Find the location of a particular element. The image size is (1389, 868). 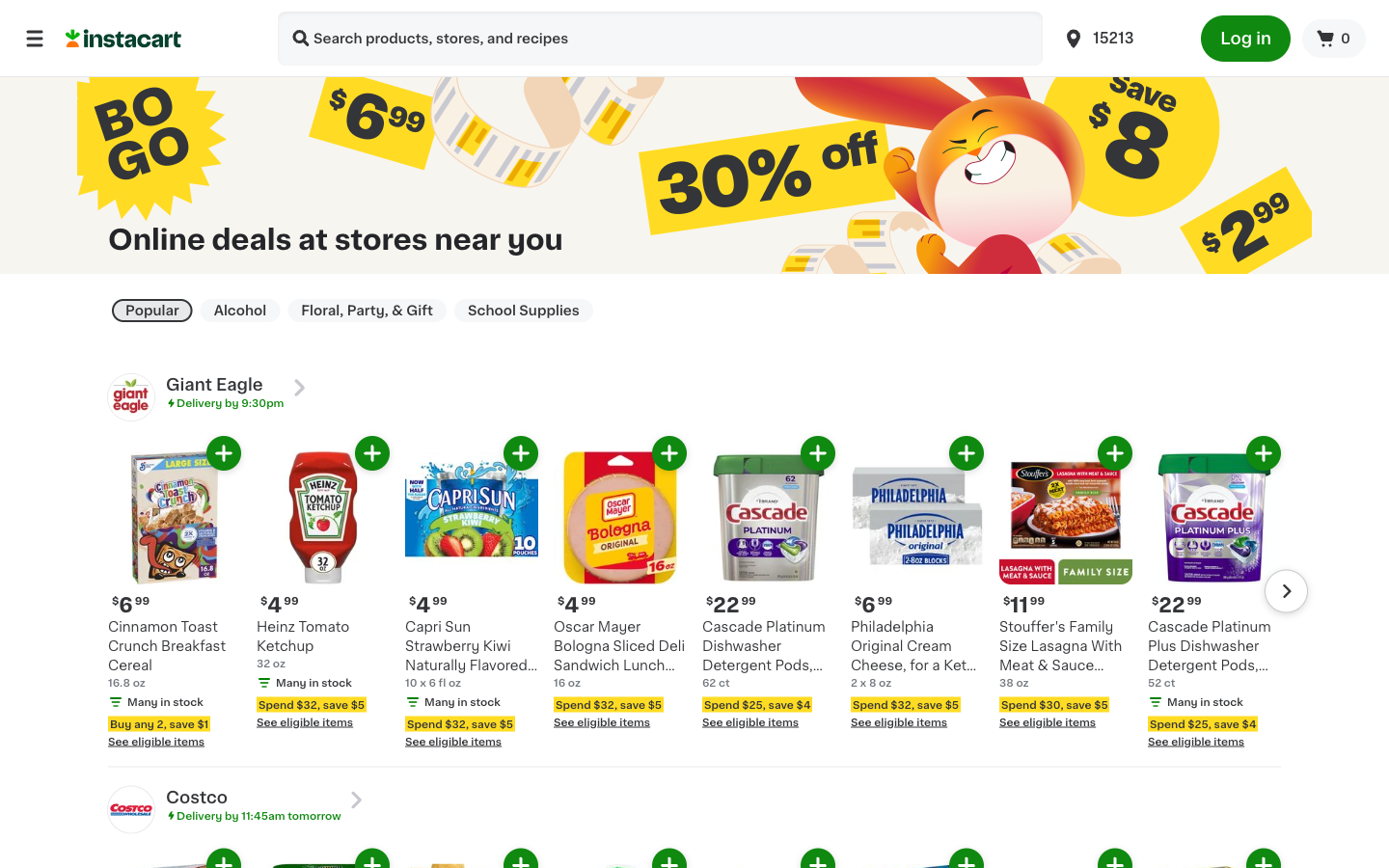

Search for Diet Coke Can on screen is located at coordinates (301, 40).